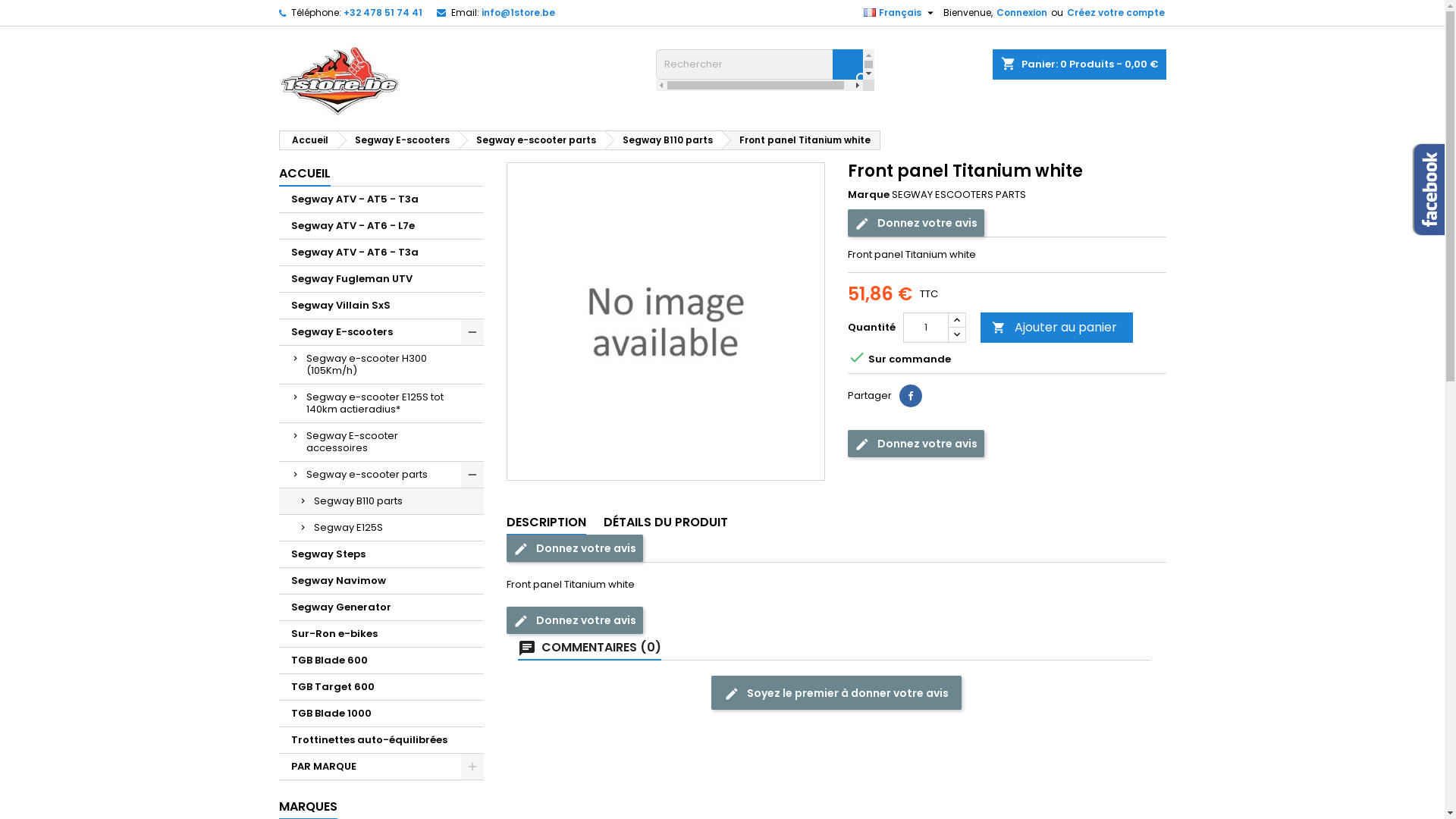 This screenshot has height=819, width=1456. What do you see at coordinates (306, 140) in the screenshot?
I see `'Accueil'` at bounding box center [306, 140].